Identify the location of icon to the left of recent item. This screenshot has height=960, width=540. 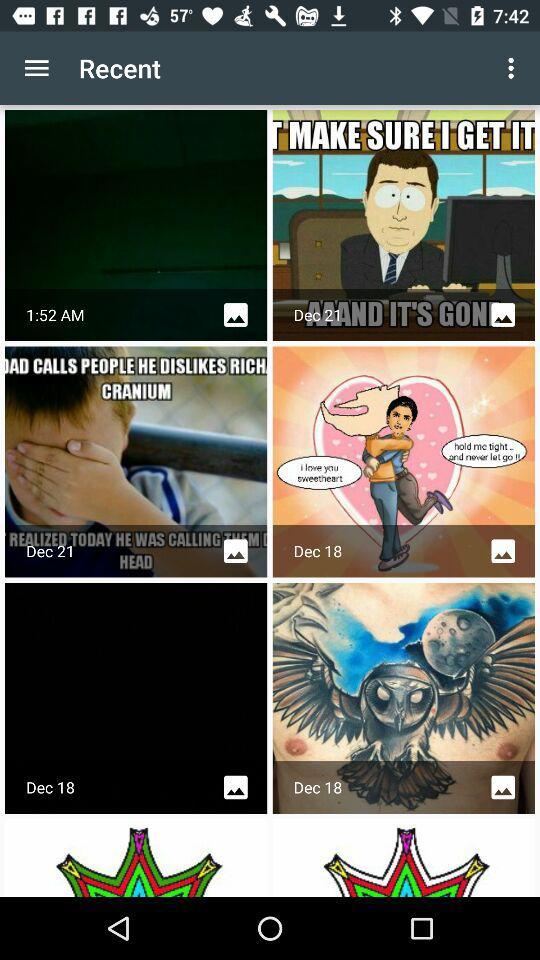
(36, 68).